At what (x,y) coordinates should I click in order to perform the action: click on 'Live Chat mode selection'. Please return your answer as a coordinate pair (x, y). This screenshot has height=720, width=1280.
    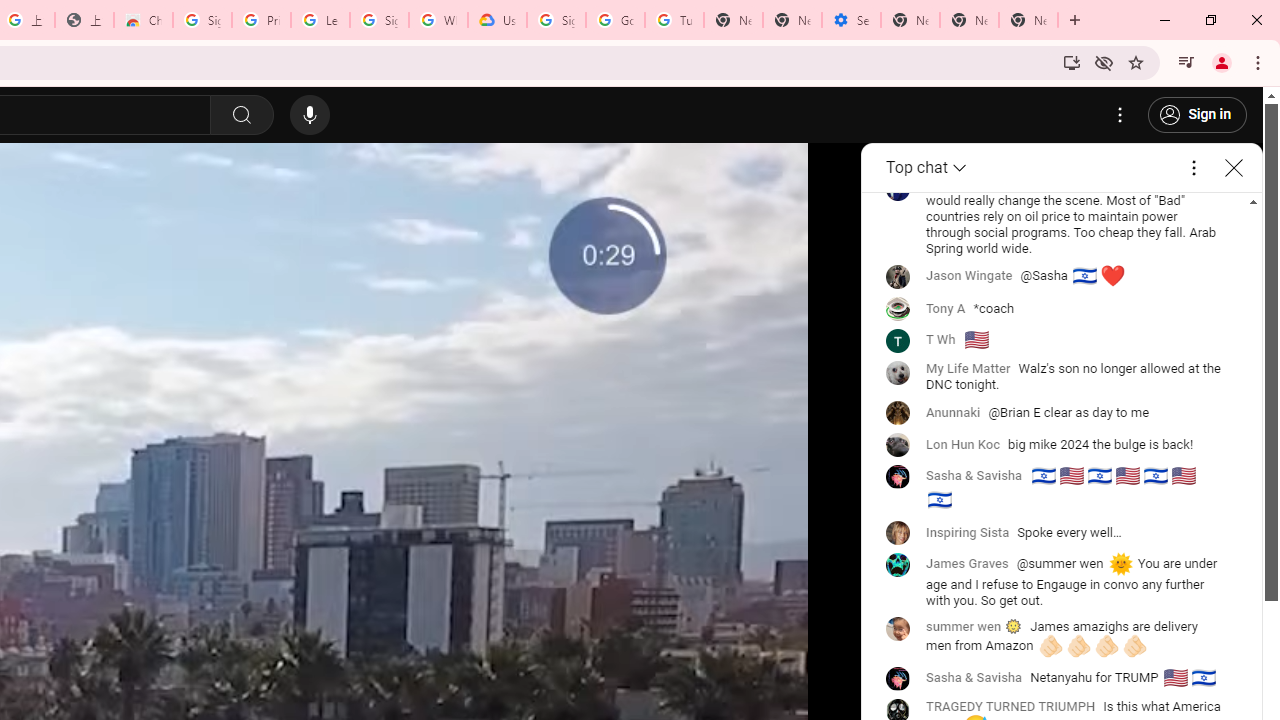
    Looking at the image, I should click on (927, 167).